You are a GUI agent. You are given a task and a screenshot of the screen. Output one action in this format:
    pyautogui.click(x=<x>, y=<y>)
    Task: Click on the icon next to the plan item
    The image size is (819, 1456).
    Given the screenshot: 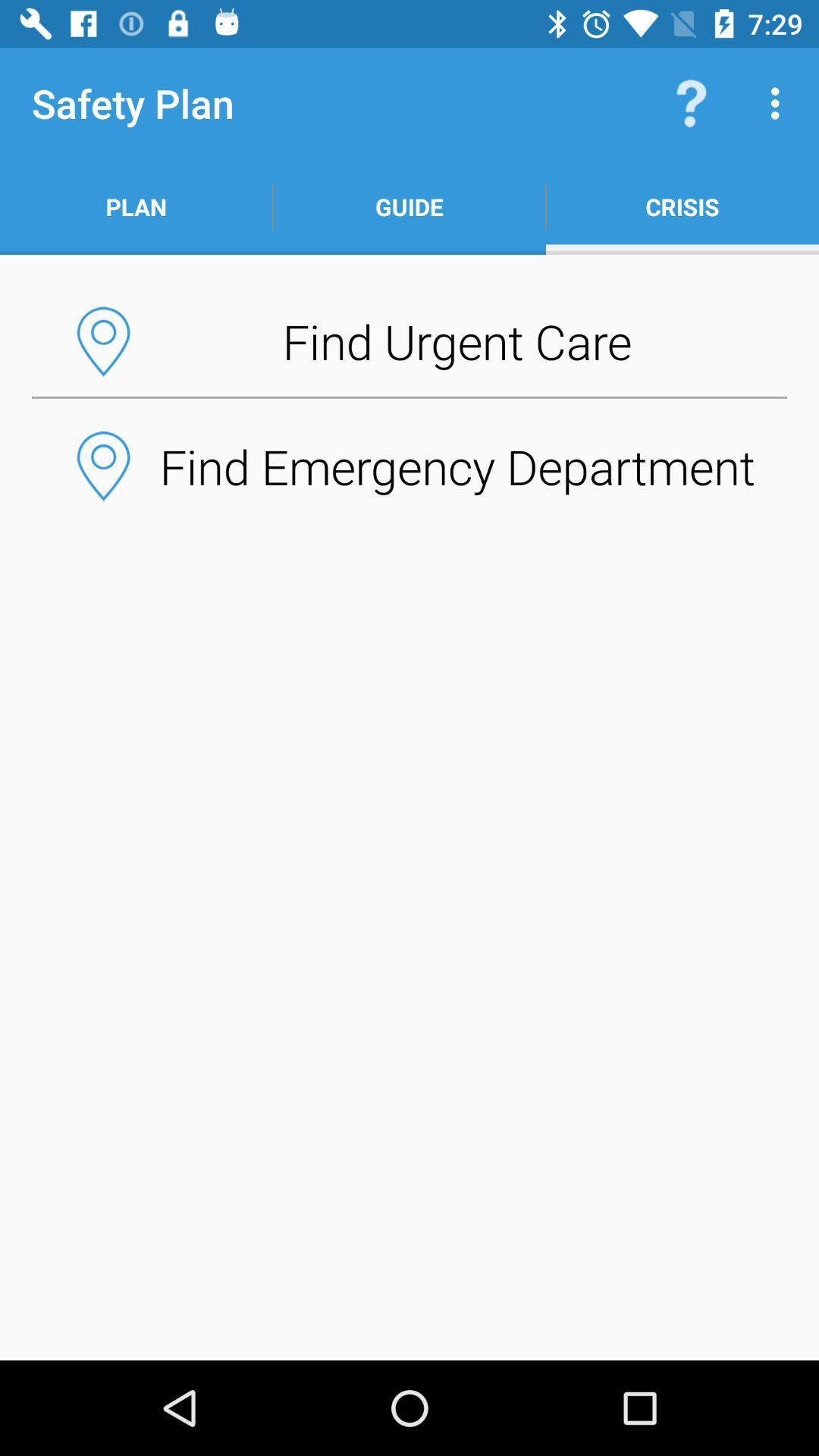 What is the action you would take?
    pyautogui.click(x=409, y=206)
    